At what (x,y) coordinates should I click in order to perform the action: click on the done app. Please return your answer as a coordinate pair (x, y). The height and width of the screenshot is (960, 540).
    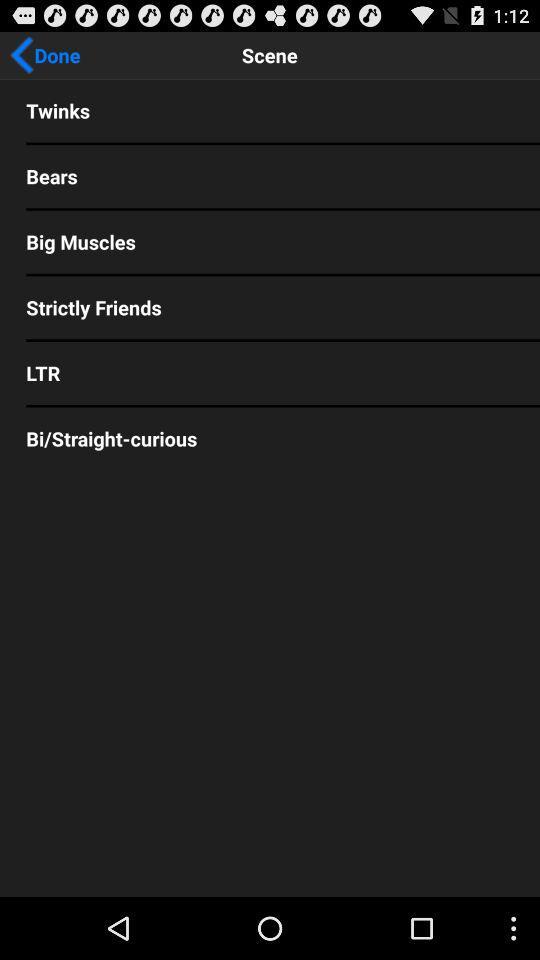
    Looking at the image, I should click on (44, 54).